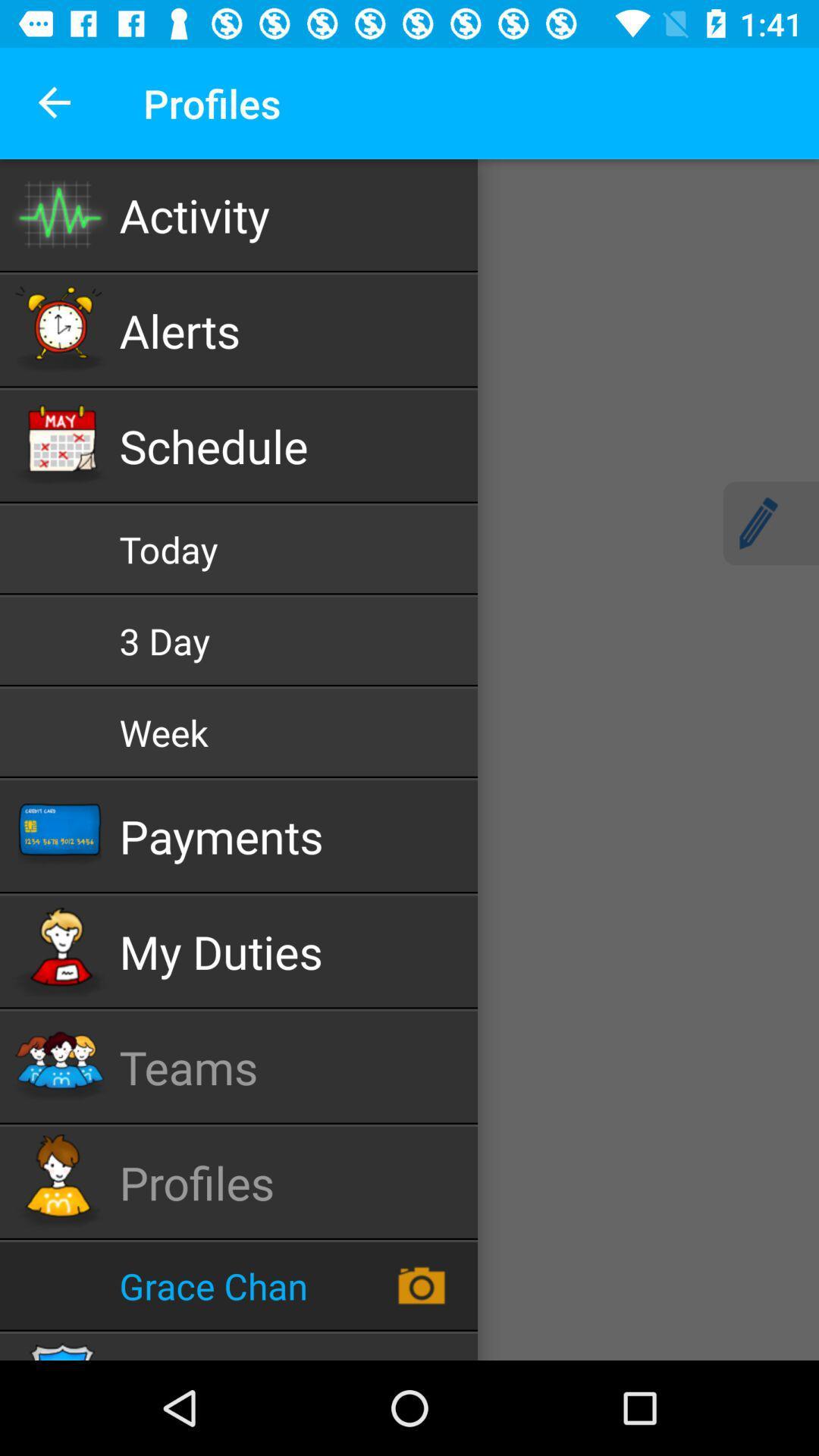  Describe the element at coordinates (422, 1285) in the screenshot. I see `the camera icon just right to grace chan` at that location.